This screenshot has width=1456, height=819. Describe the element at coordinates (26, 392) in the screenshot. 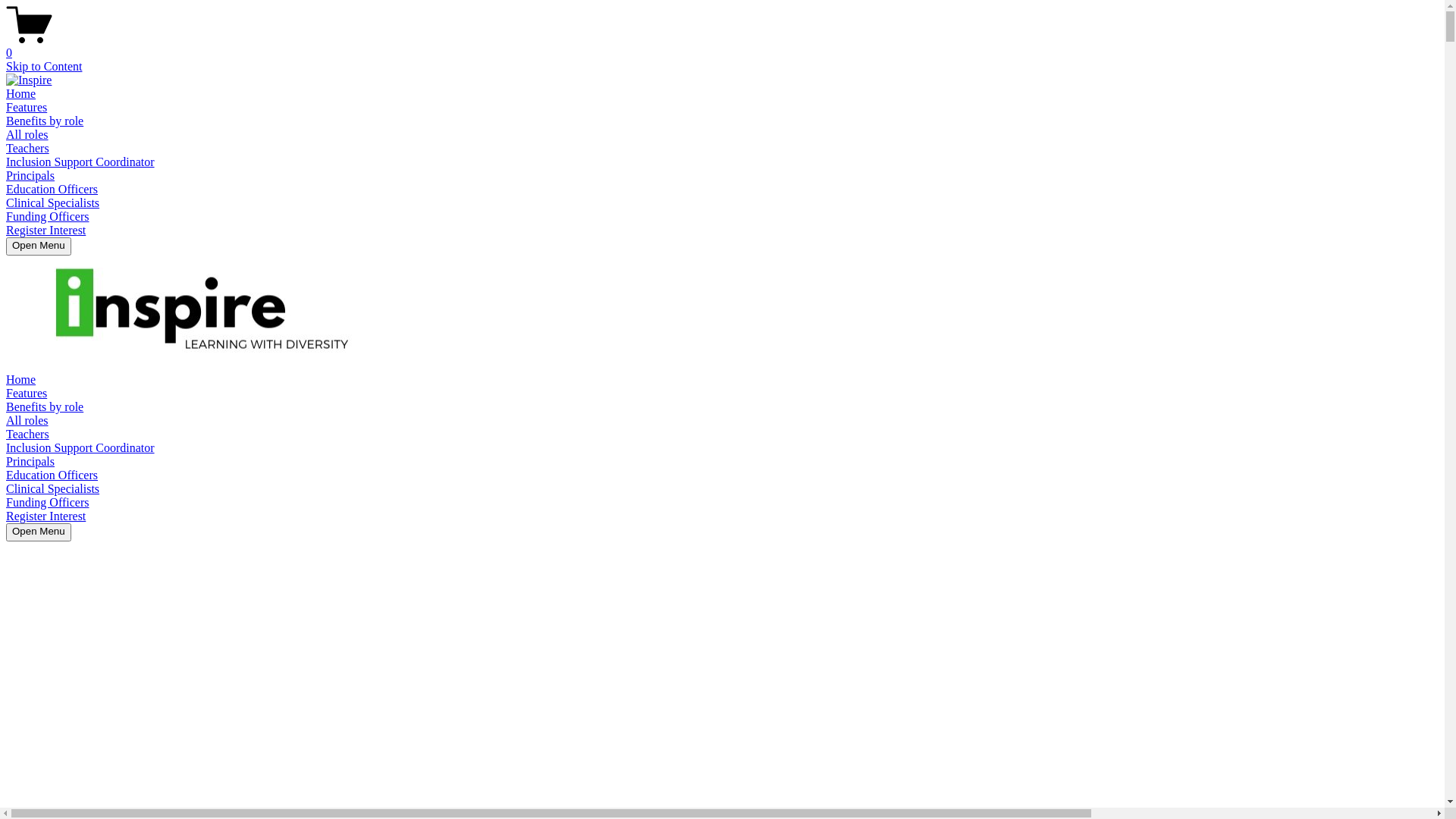

I see `'Features'` at that location.